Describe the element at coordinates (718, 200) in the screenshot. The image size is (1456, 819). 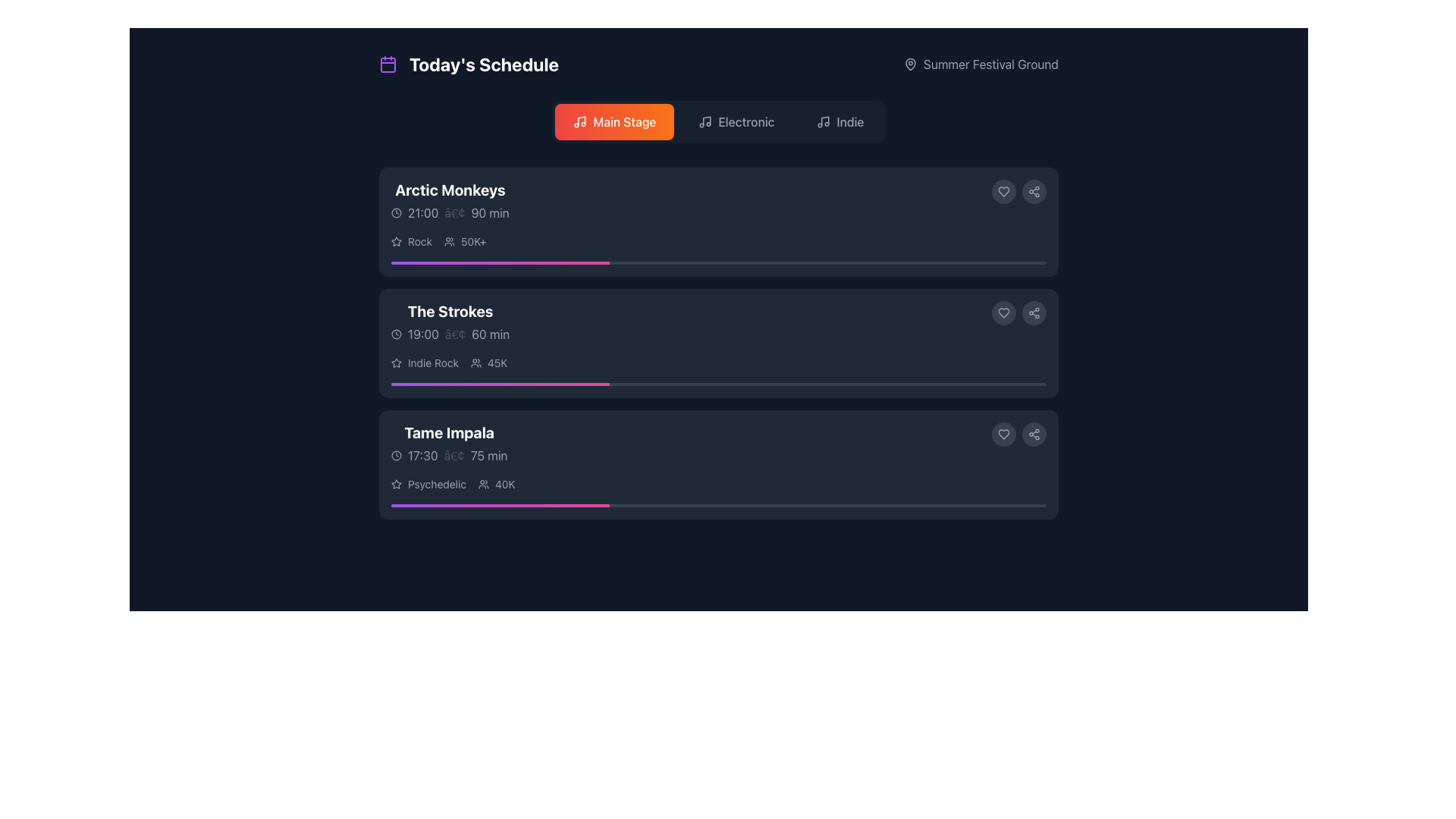
I see `the Informational card element that displays event details including title, time, and duration, located at the topmost entry under the 'Main Stage' tab` at that location.